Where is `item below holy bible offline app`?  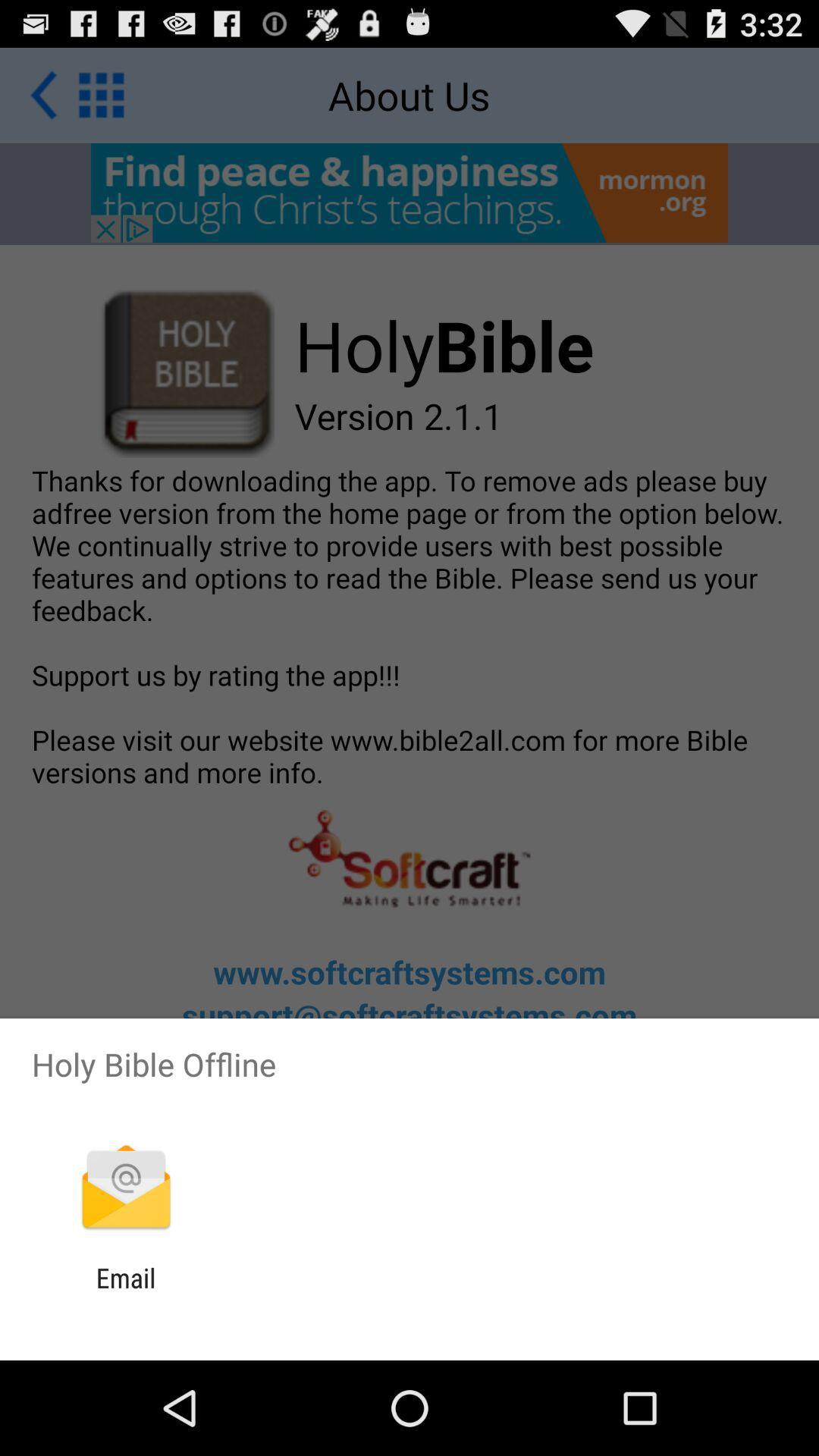 item below holy bible offline app is located at coordinates (125, 1188).